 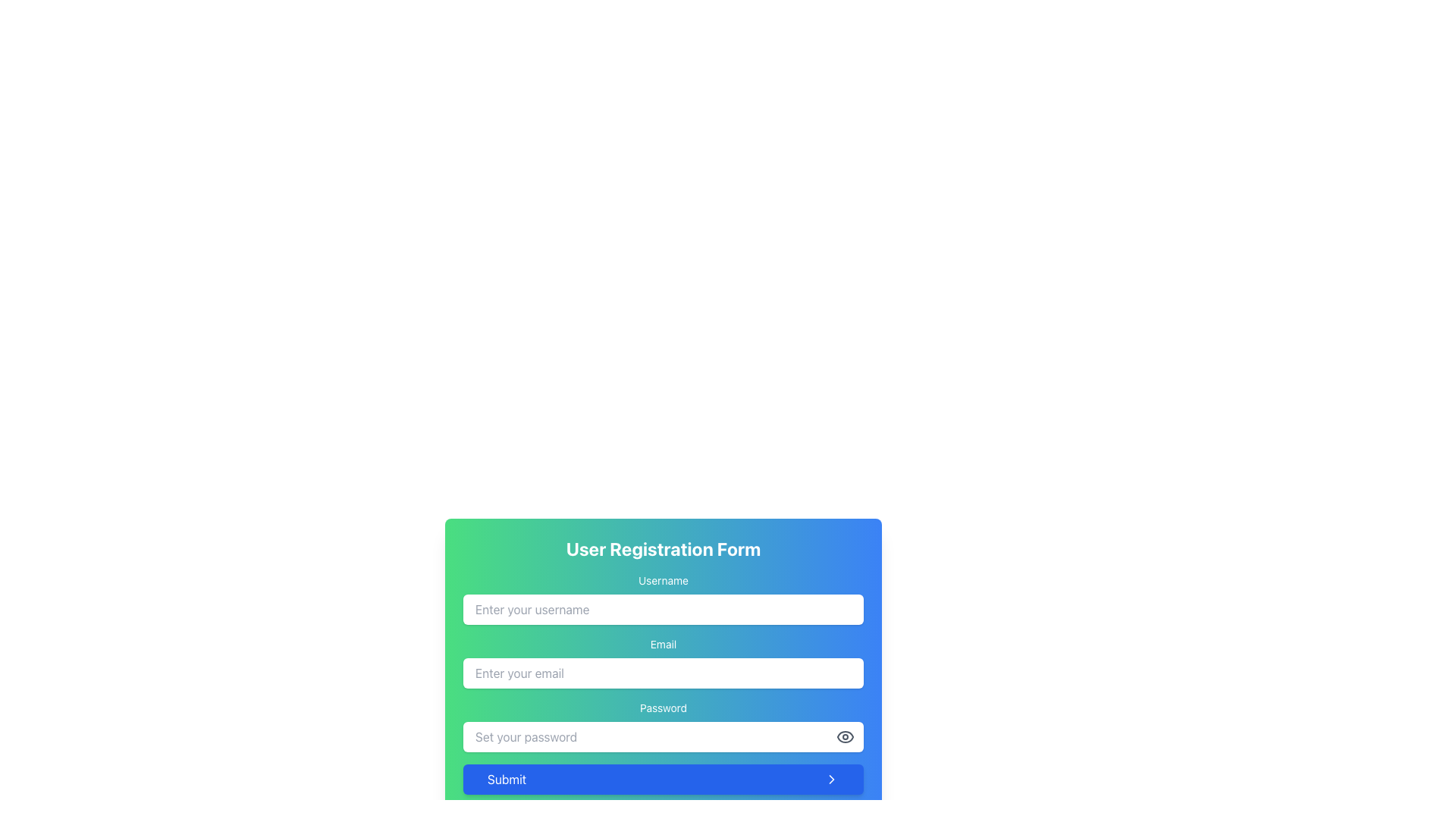 I want to click on the icon located at the far right of the 'Submit' button in the user registration form, which signifies continuation or submission of a form, so click(x=831, y=780).